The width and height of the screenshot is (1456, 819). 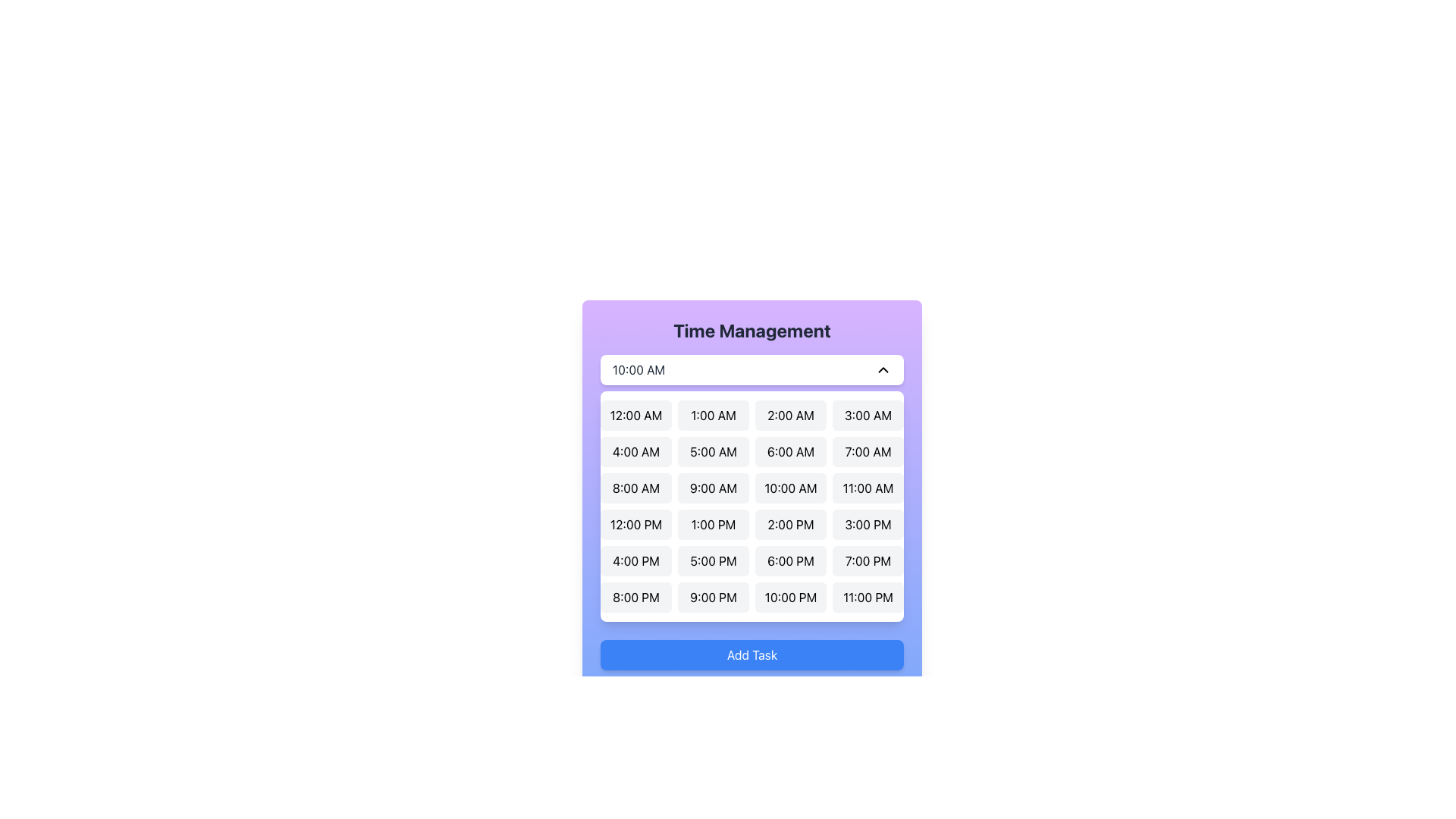 What do you see at coordinates (636, 523) in the screenshot?
I see `the rectangular button labeled '12:00 PM' with rounded edges` at bounding box center [636, 523].